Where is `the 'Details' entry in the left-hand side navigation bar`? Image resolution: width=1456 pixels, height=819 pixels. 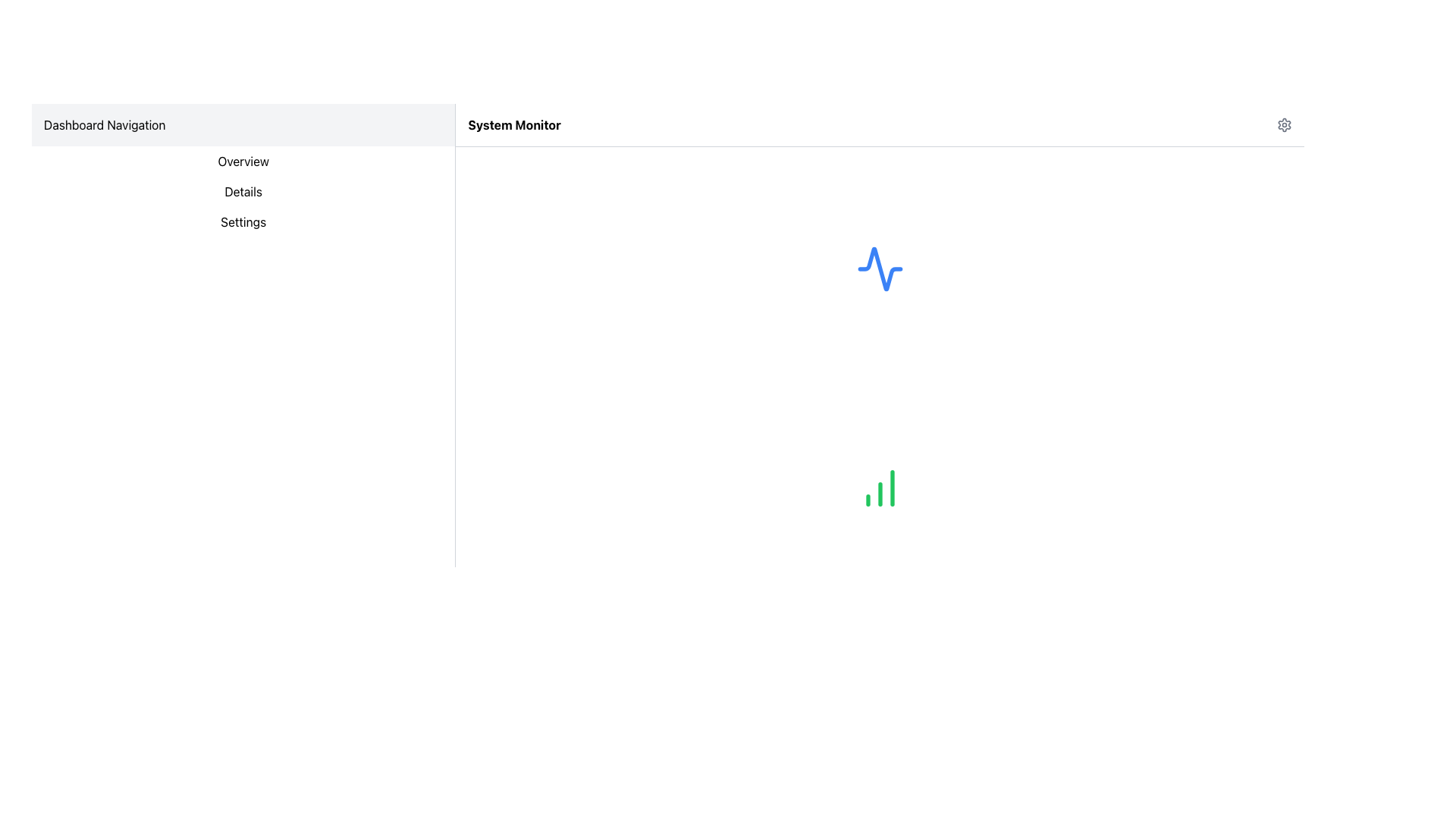
the 'Details' entry in the left-hand side navigation bar is located at coordinates (243, 191).